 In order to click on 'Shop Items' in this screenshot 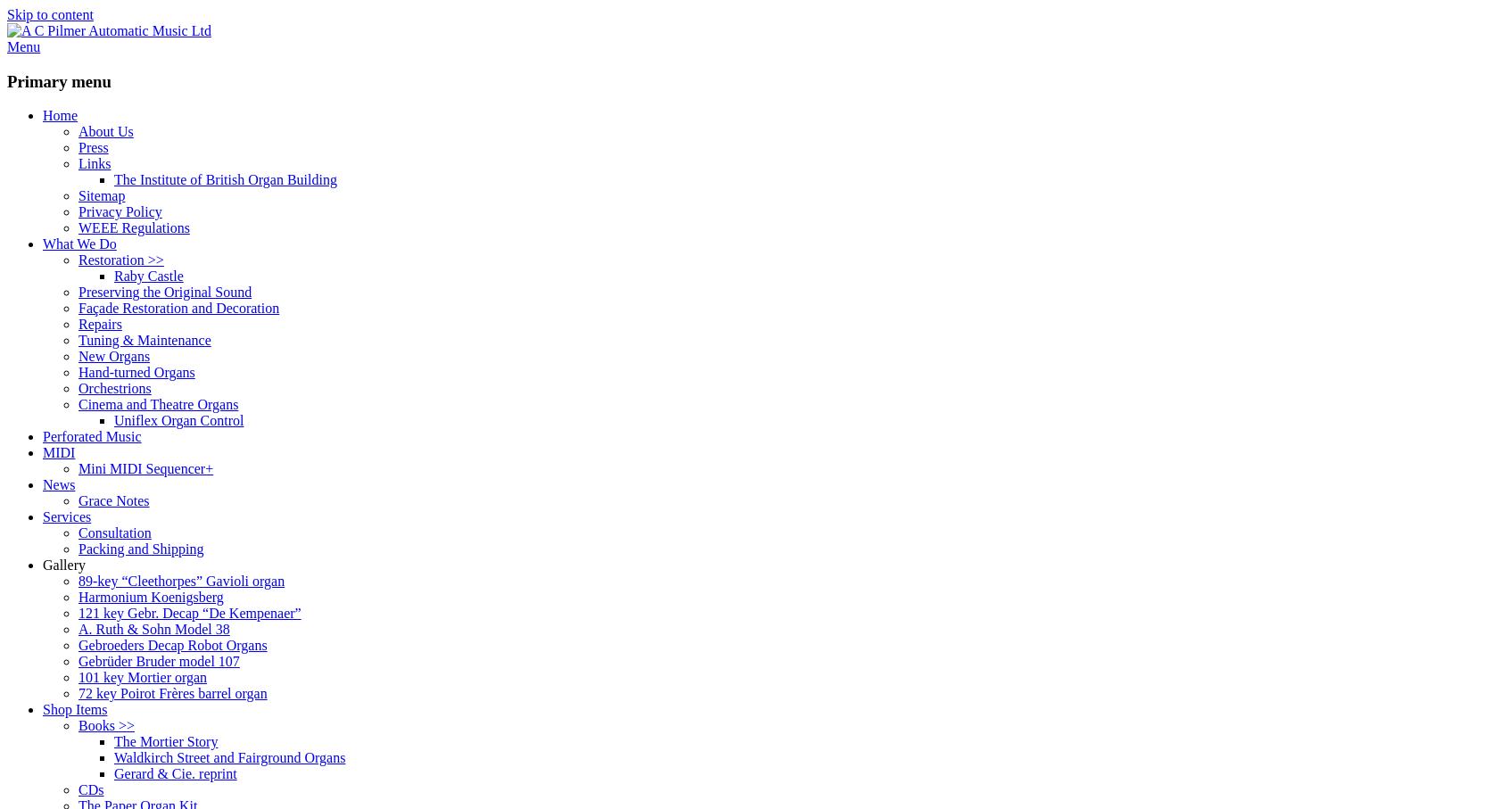, I will do `click(42, 709)`.